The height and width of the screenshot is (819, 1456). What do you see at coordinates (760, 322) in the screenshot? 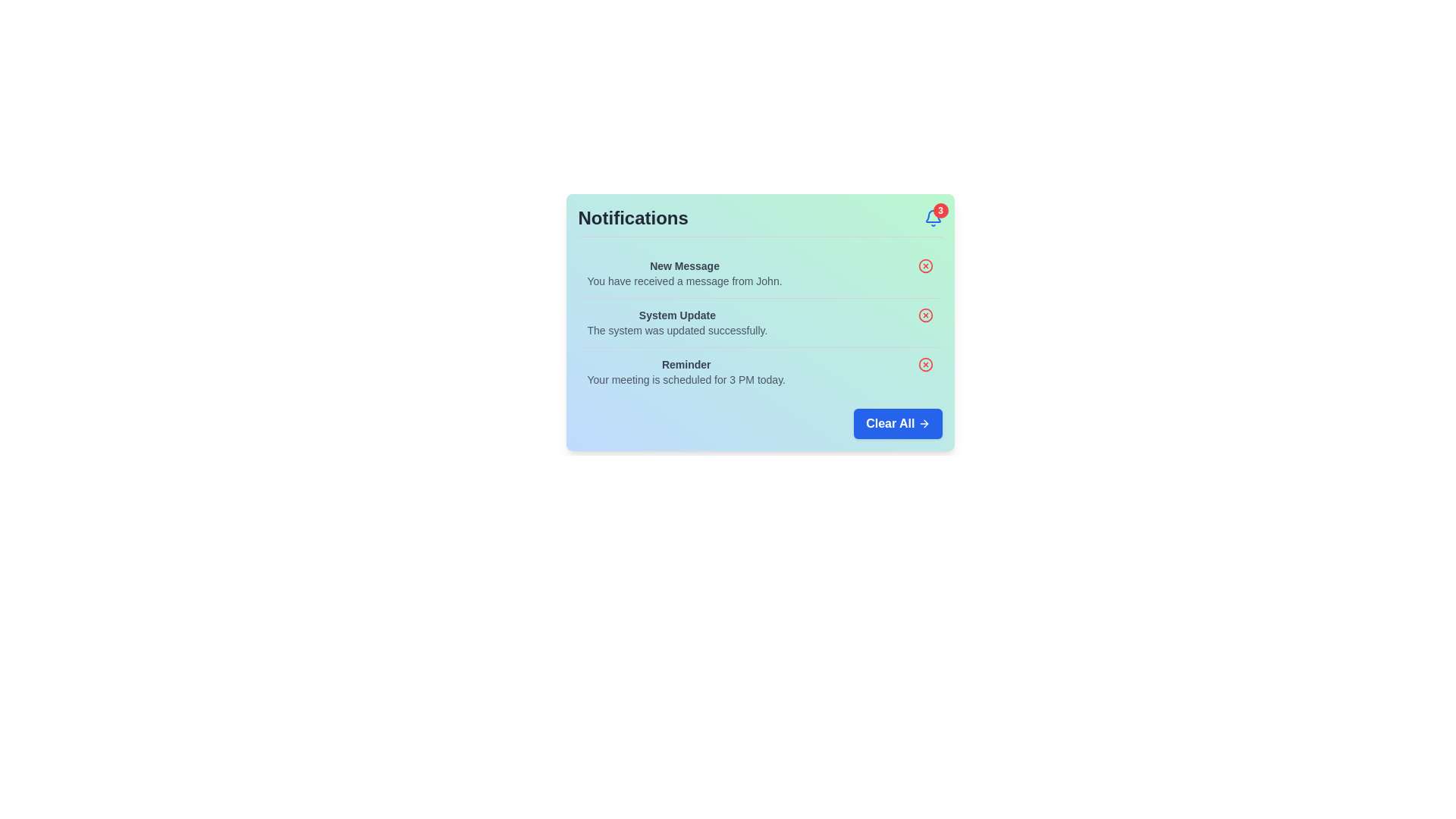
I see `the second notification card in the notification panel that informs the user about a successful system update` at bounding box center [760, 322].